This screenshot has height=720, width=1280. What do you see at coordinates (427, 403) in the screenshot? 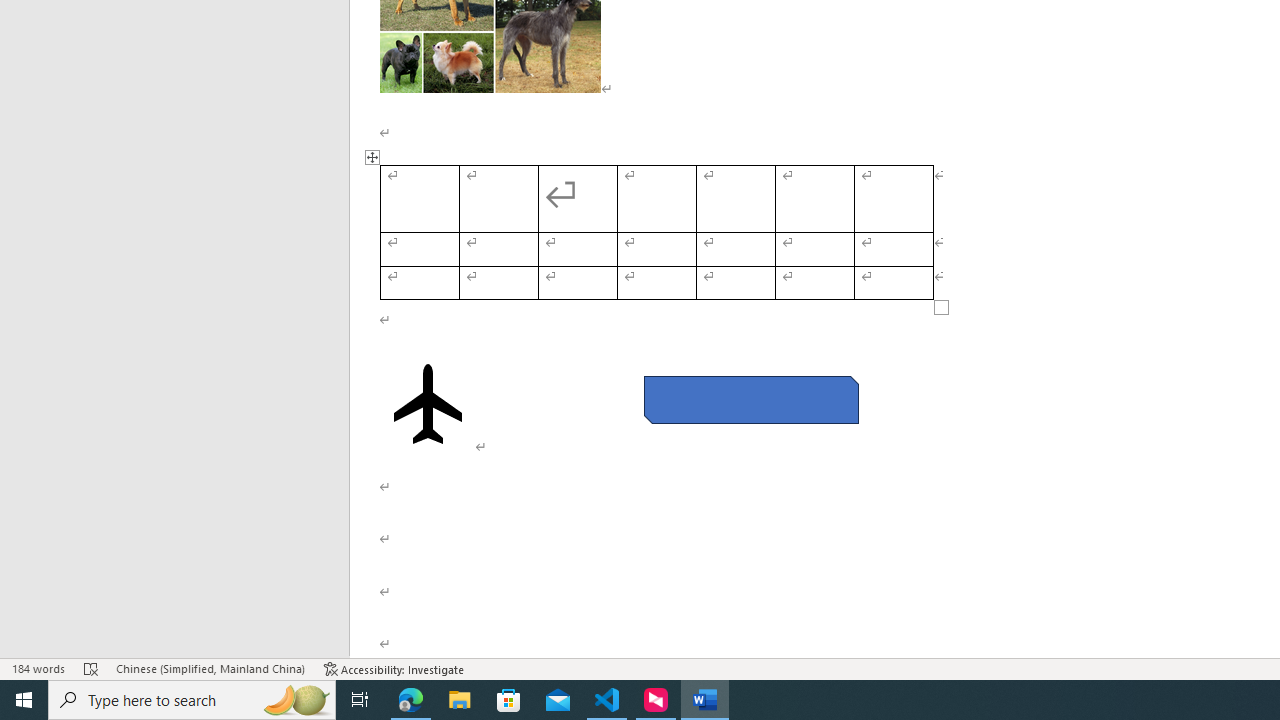
I see `'Airplane with solid fill'` at bounding box center [427, 403].